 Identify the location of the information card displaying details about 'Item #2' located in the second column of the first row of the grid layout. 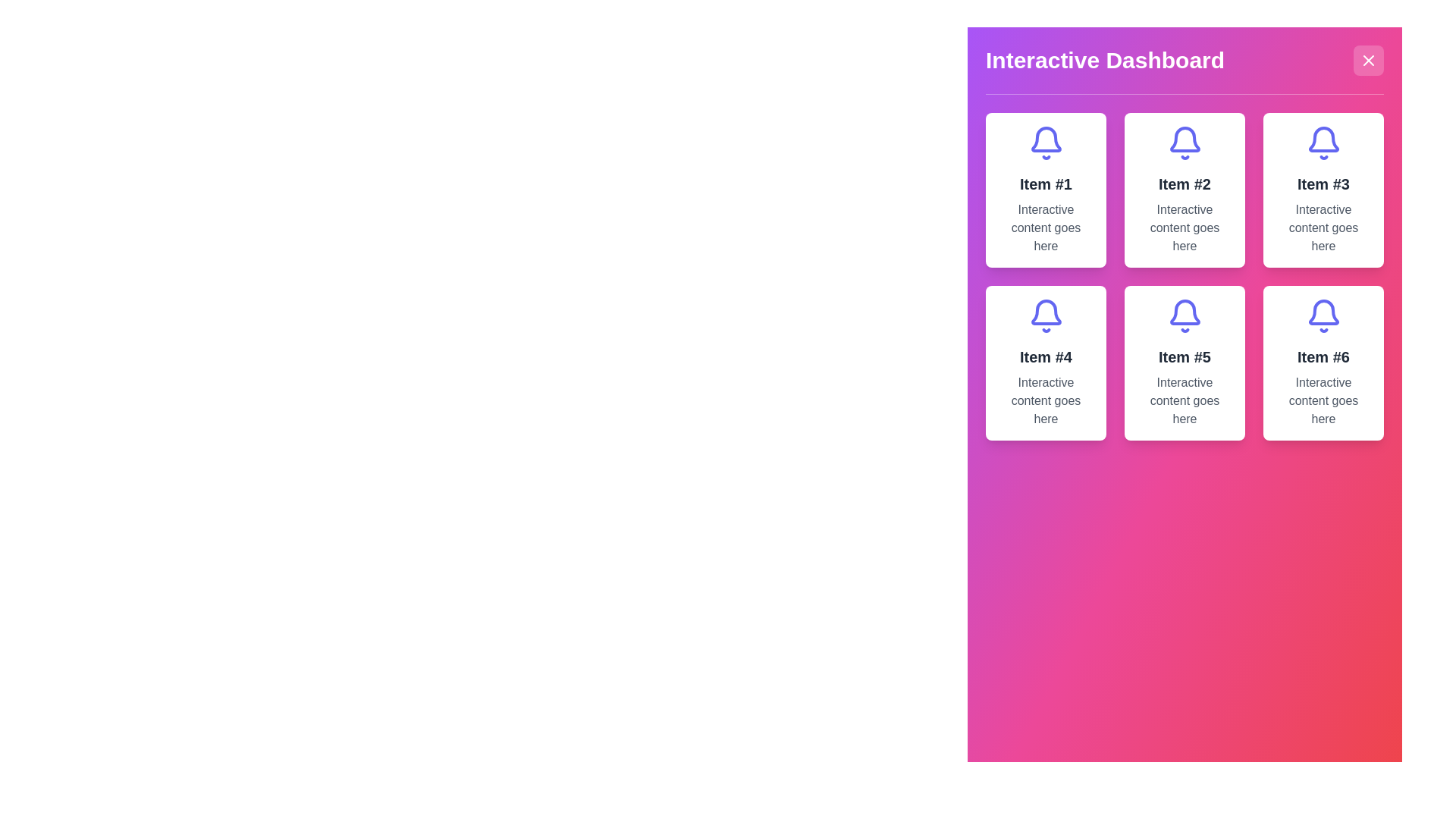
(1184, 189).